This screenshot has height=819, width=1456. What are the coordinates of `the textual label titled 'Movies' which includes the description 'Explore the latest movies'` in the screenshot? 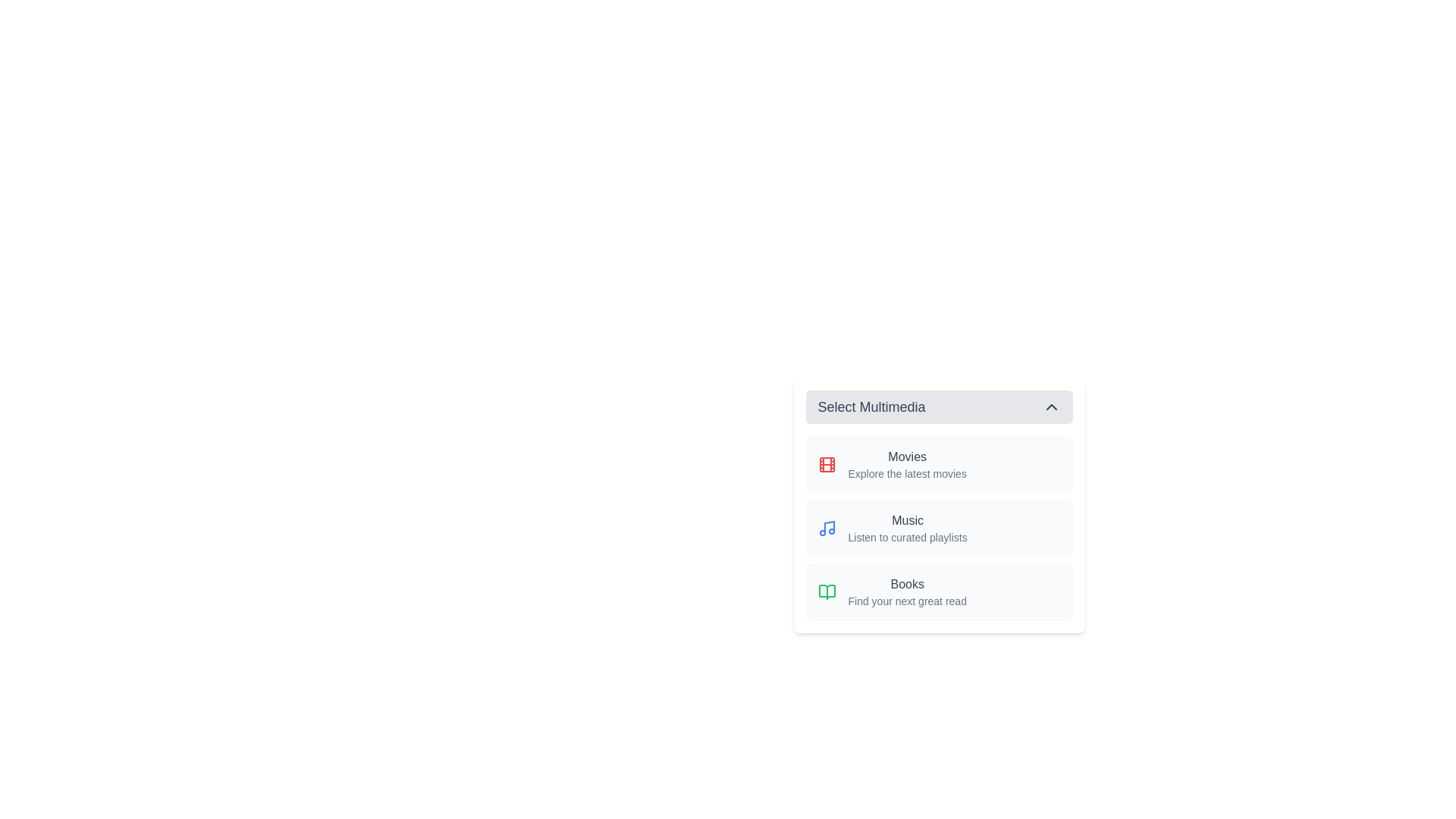 It's located at (907, 464).